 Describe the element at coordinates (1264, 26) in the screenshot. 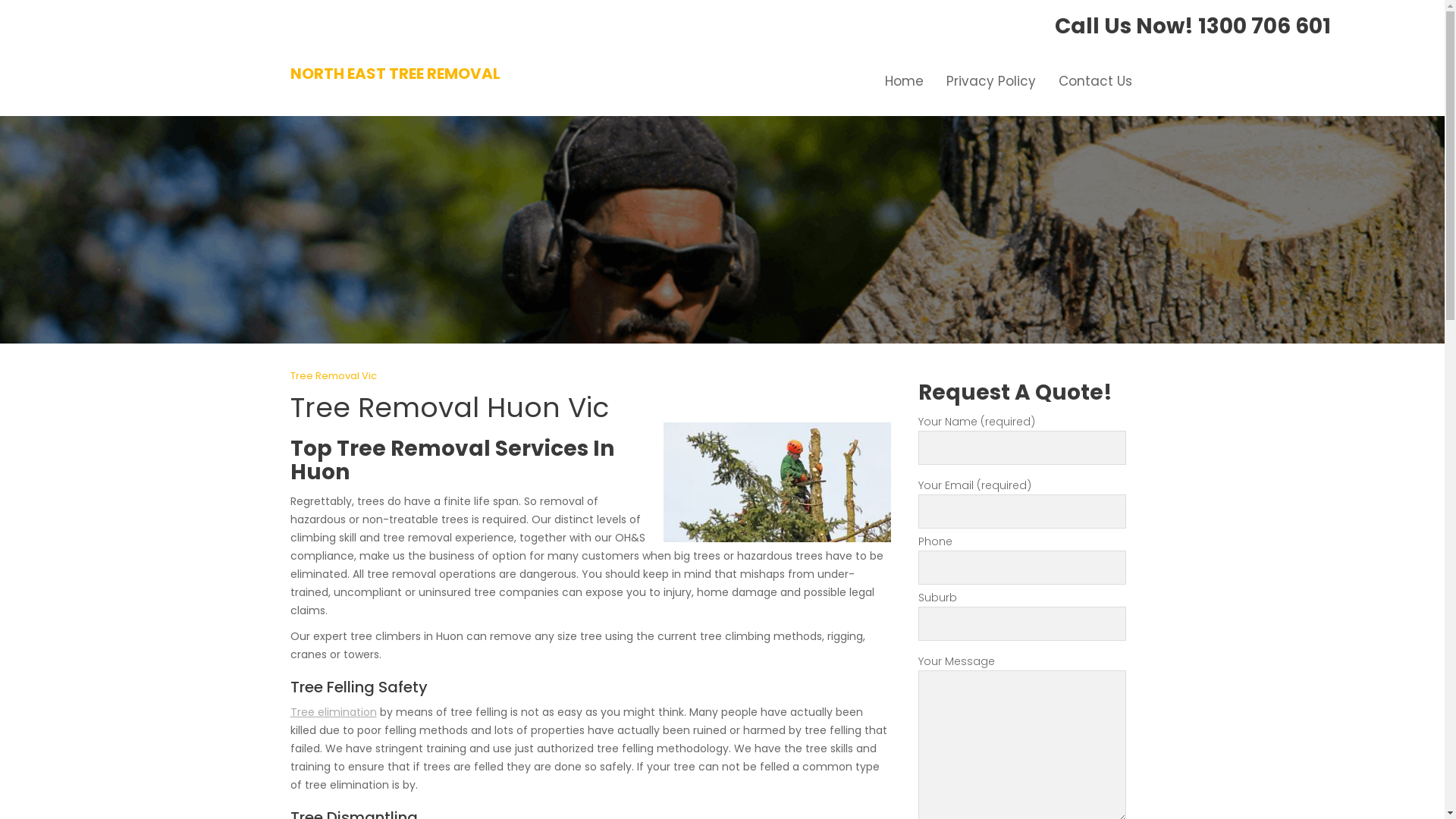

I see `'1300 706 601'` at that location.